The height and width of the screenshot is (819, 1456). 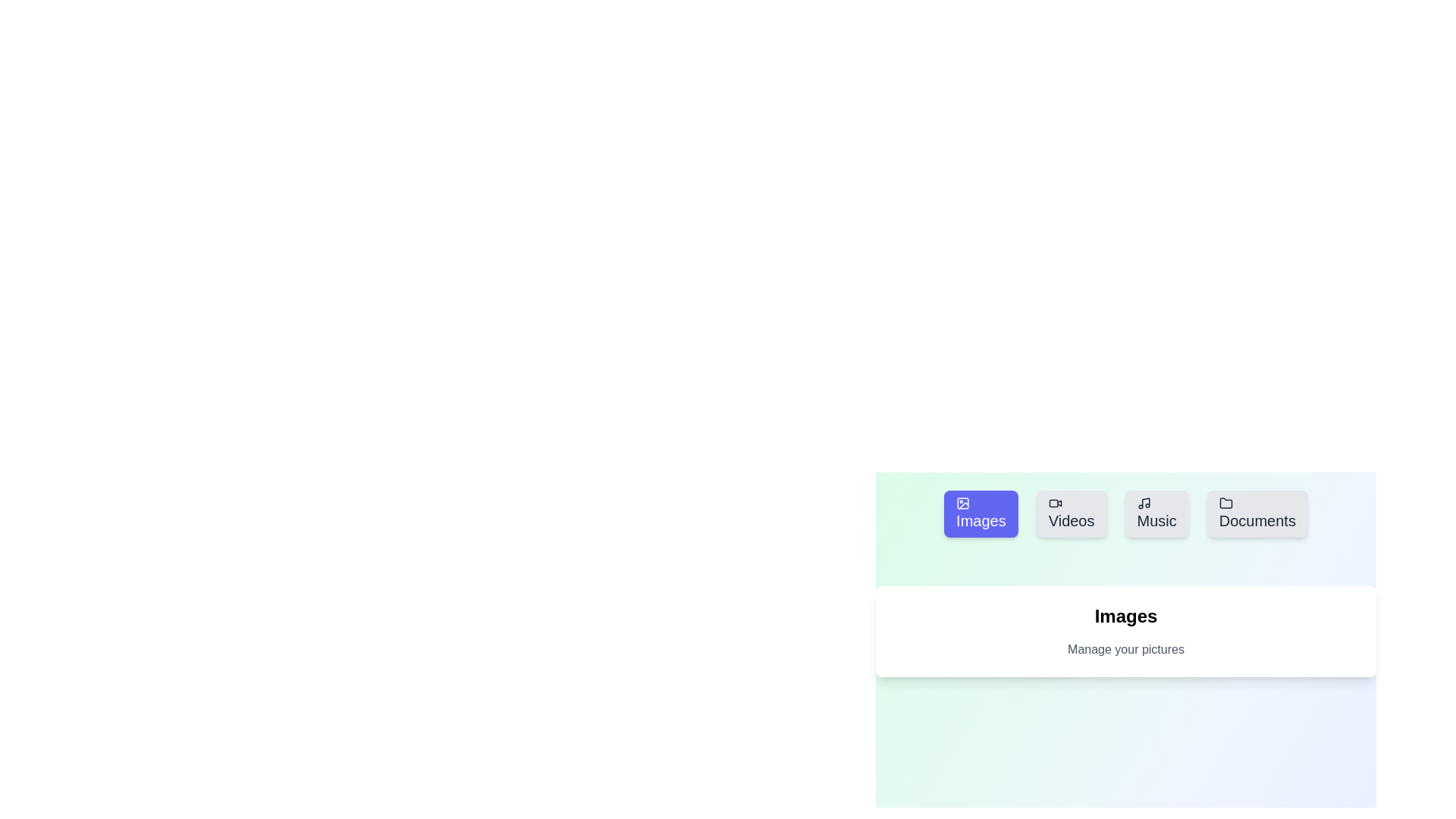 What do you see at coordinates (1257, 513) in the screenshot?
I see `the Documents tab to view its content` at bounding box center [1257, 513].